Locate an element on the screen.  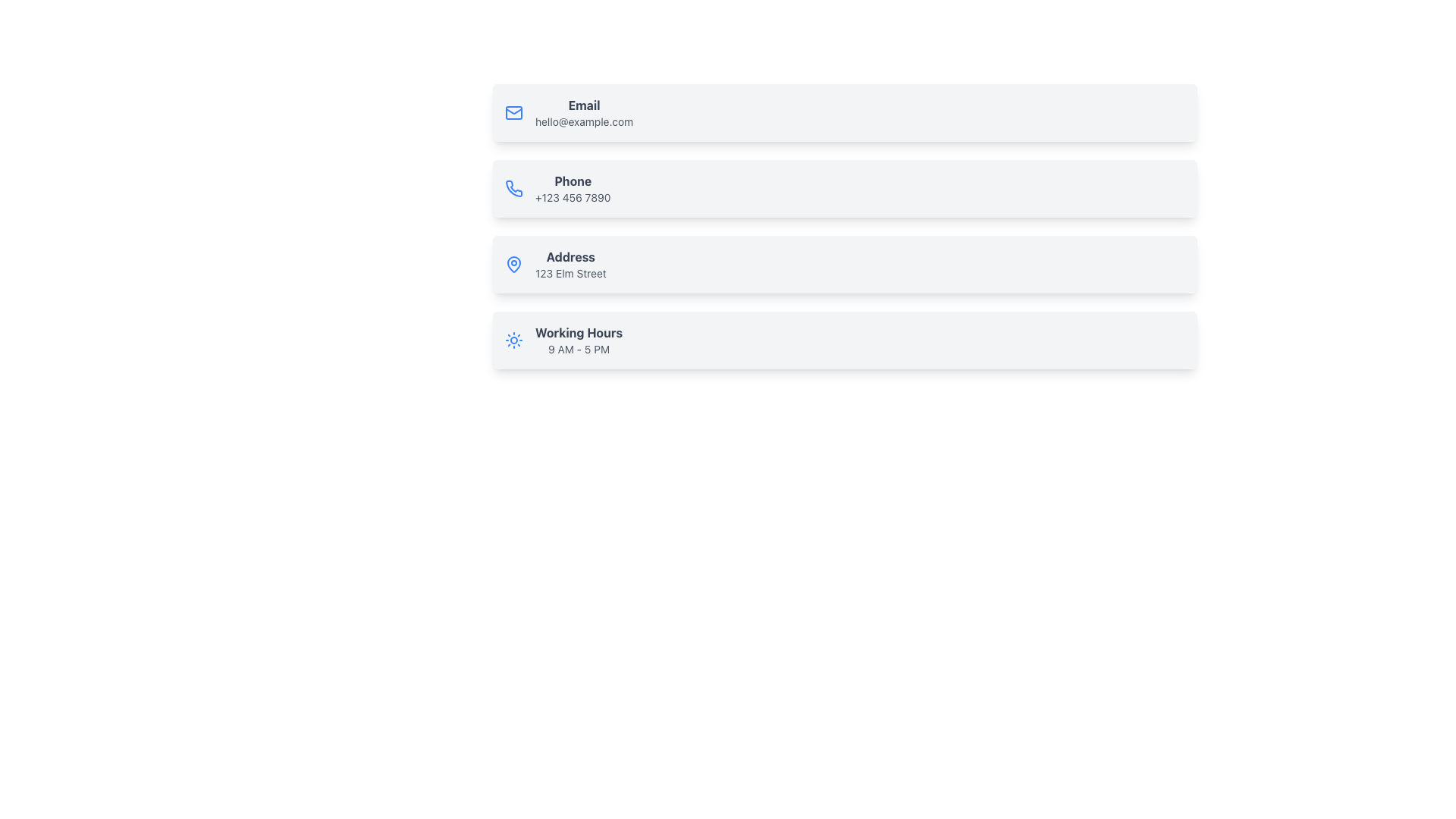
the non-interactive text label that identifies the phone contact method, located at the upper left of the contact information item is located at coordinates (572, 180).